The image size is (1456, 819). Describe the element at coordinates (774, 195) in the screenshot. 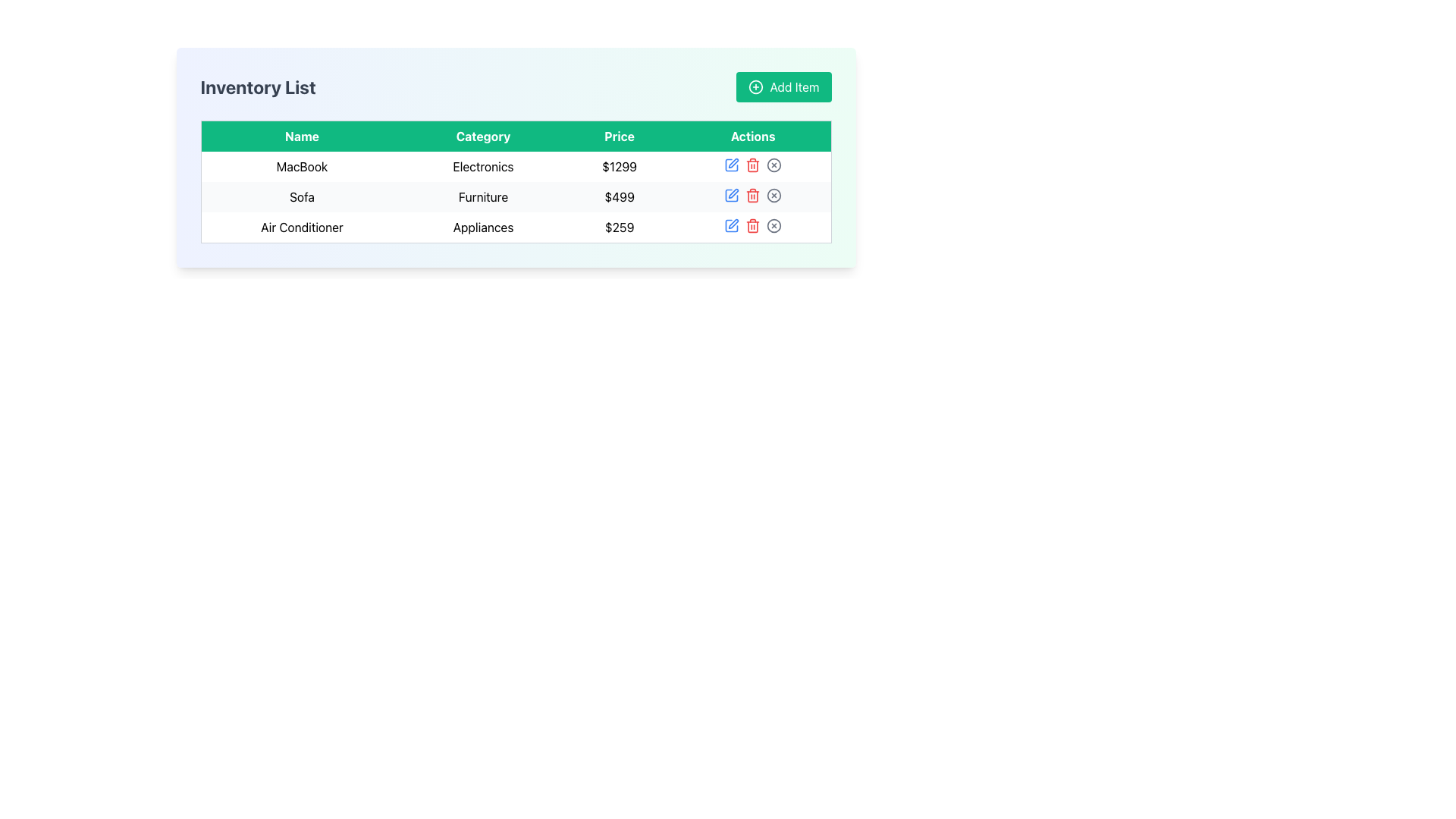

I see `the circular icon button with a cross symbol in the 'Actions' column of the second table row for the item 'Sofa'` at that location.